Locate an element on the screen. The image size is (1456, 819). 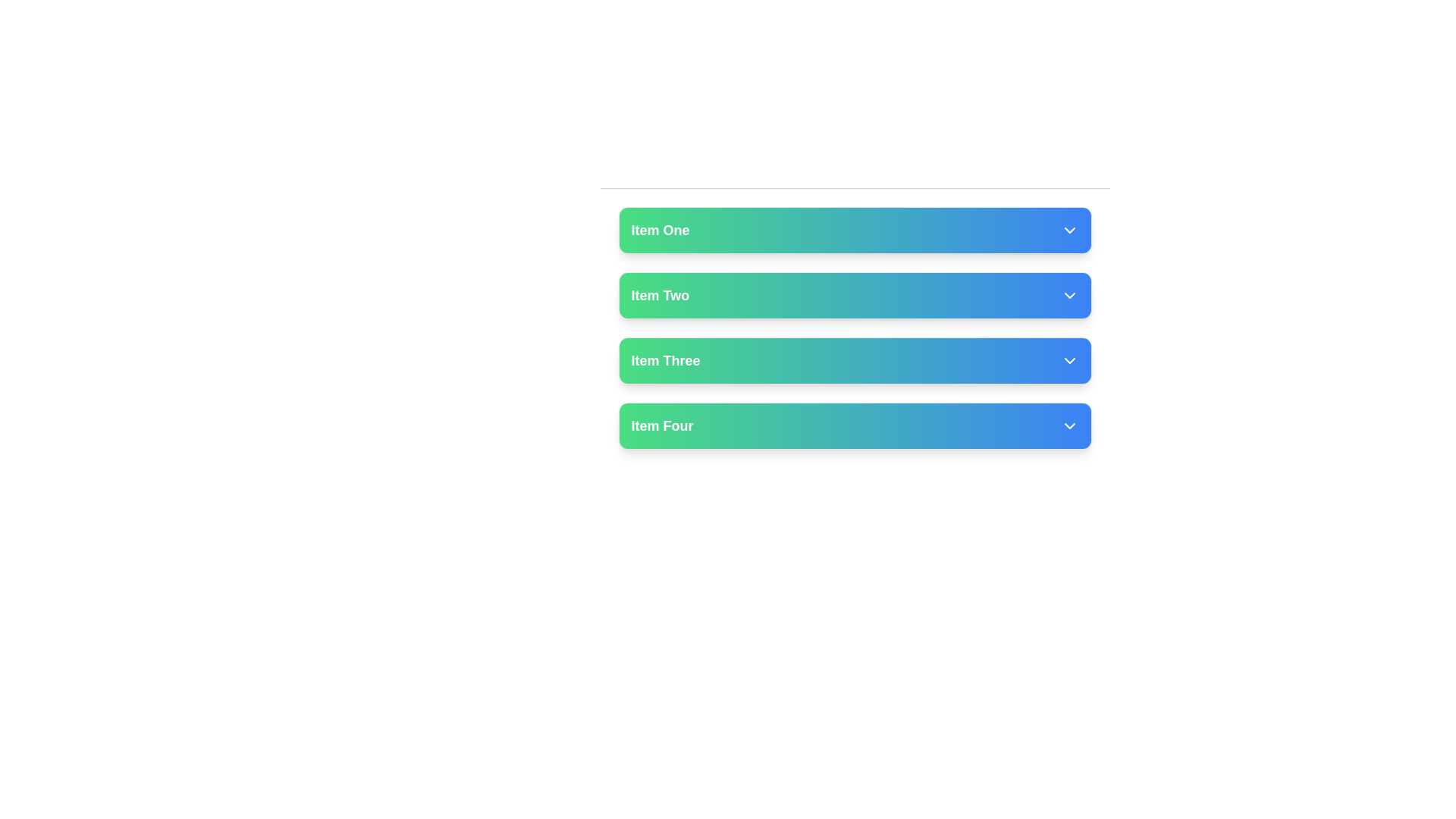
the downward-pointing chevron SVG icon that serves as a dropdown toggle indicator for 'Item Three' is located at coordinates (1068, 360).